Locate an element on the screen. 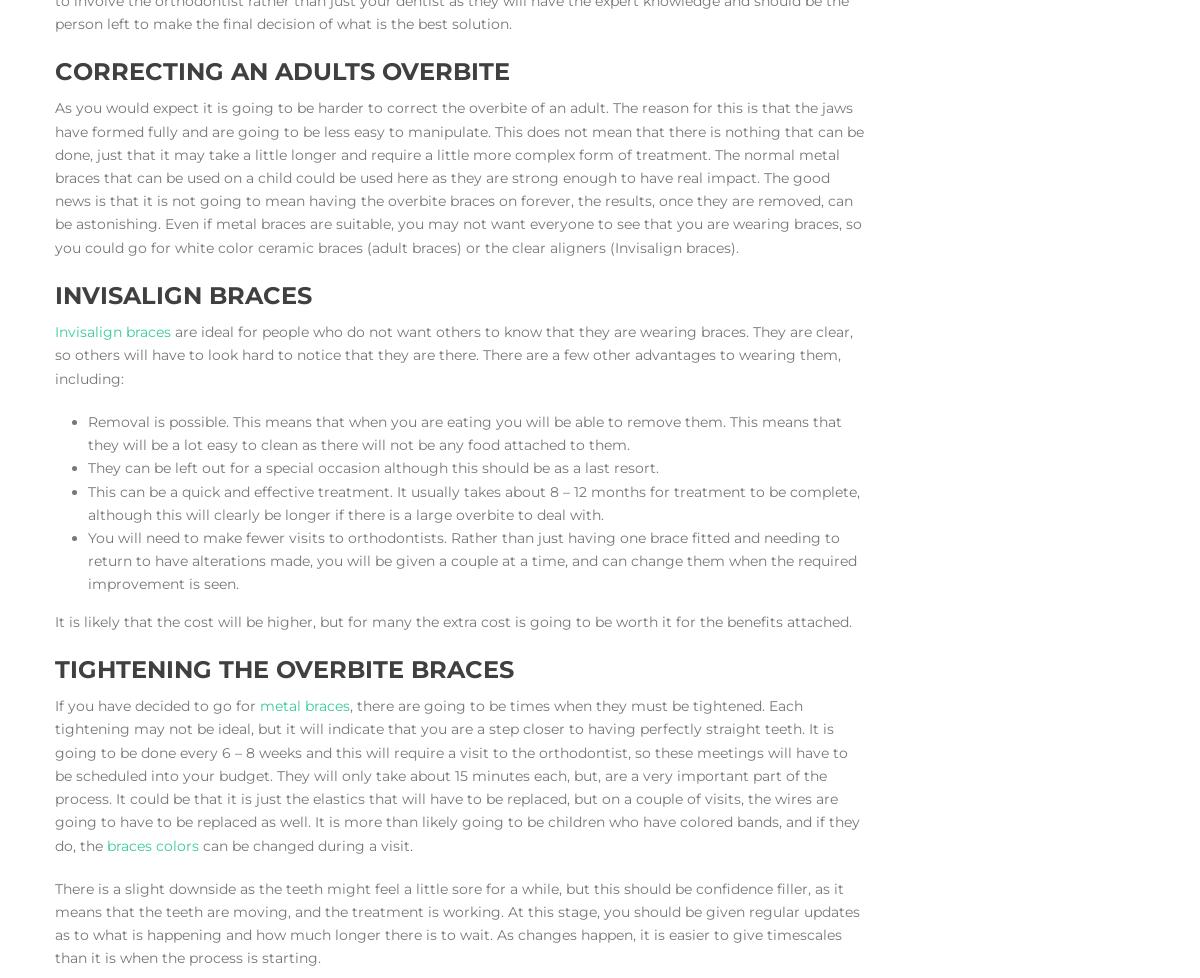  'There is a slight downside as the teeth might feel a little sore for a while, but this should be confidence filler, as it means that the teeth are moving, and the treatment is working. At this stage, you should be given regular updates as to what is happening and how much longer there is to wait. As changes happen, it is easier to give timescales than it is when the process is starting.' is located at coordinates (456, 922).